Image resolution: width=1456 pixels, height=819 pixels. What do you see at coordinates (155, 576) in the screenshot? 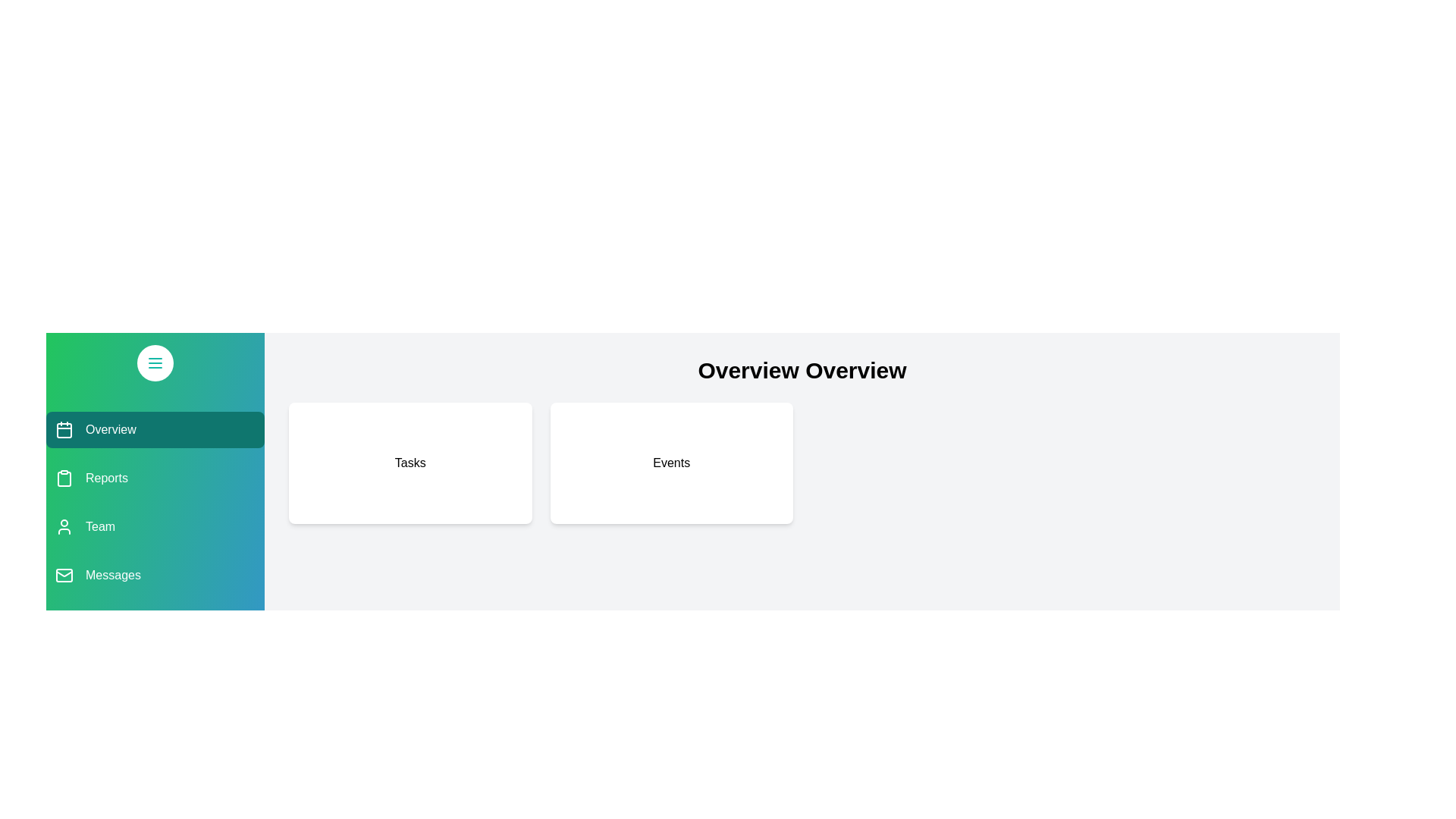
I see `the navigation section Messages` at bounding box center [155, 576].